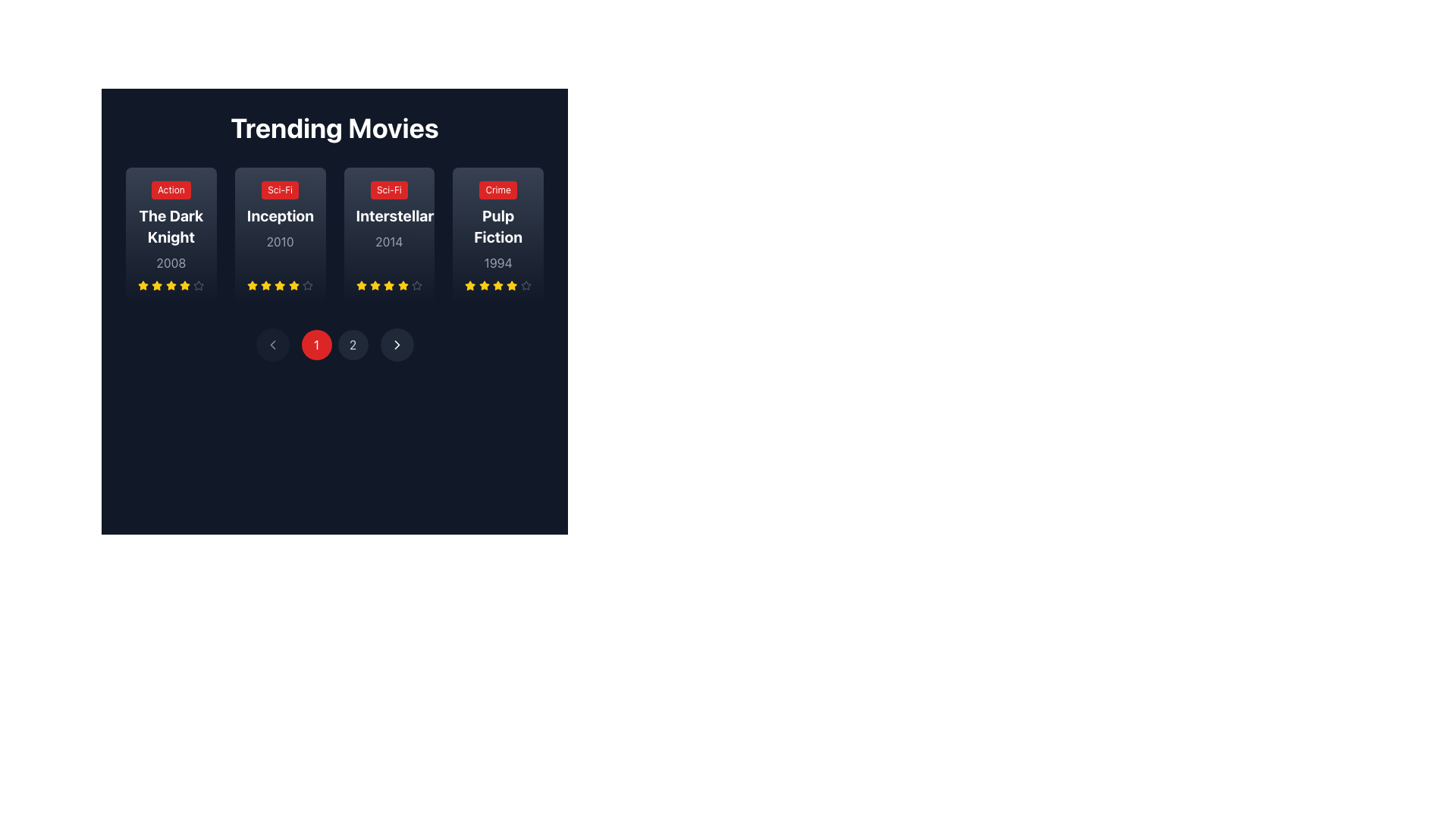  What do you see at coordinates (171, 285) in the screenshot?
I see `the fourth star icon in the rating system for 'The Dark Knight' to indicate a specific rating value` at bounding box center [171, 285].